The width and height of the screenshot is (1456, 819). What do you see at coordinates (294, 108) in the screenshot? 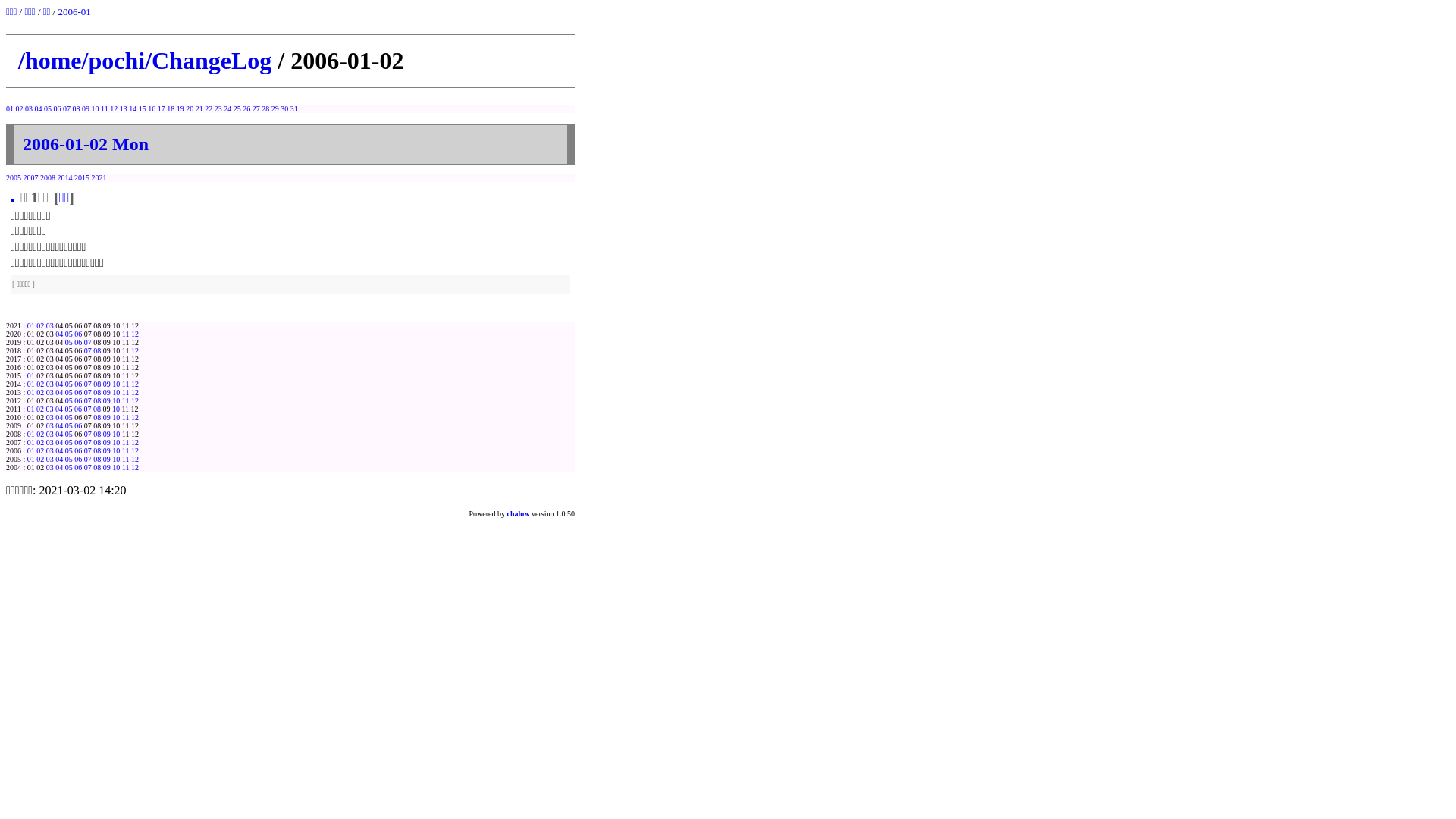
I see `'31'` at bounding box center [294, 108].